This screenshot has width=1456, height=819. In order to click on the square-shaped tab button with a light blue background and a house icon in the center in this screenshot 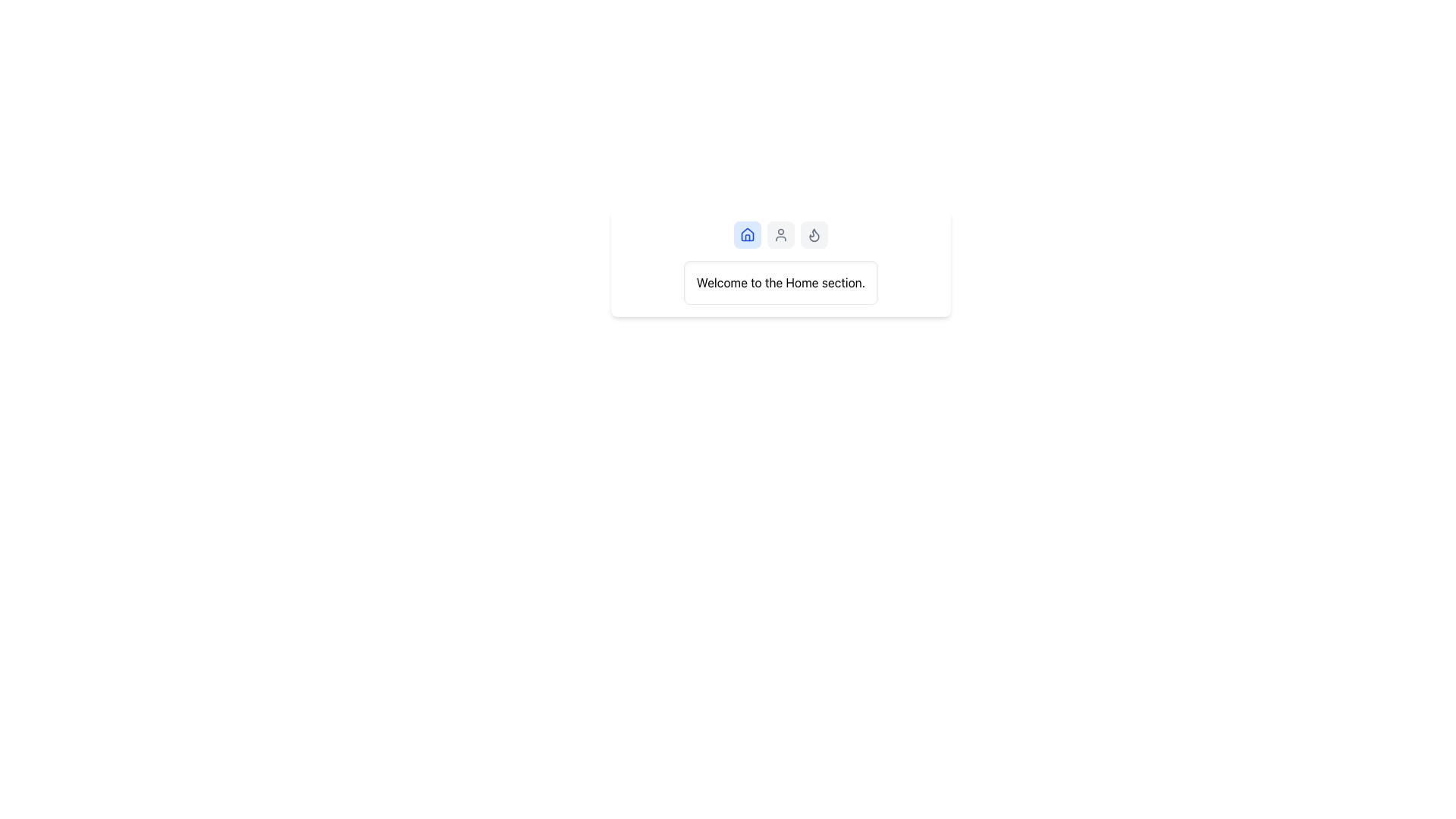, I will do `click(747, 234)`.